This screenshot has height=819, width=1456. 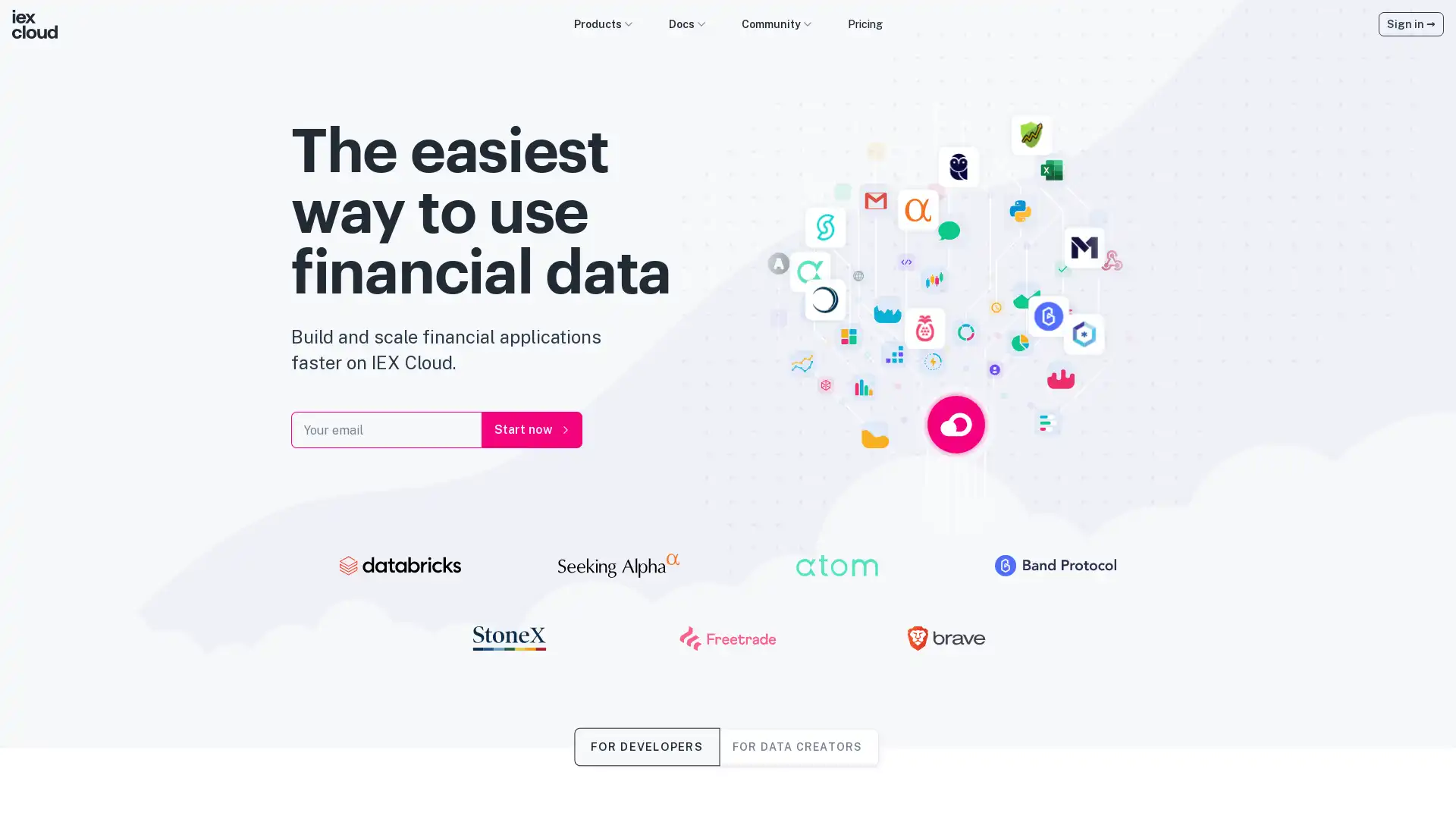 What do you see at coordinates (646, 745) in the screenshot?
I see `FOR DEVELOPERS` at bounding box center [646, 745].